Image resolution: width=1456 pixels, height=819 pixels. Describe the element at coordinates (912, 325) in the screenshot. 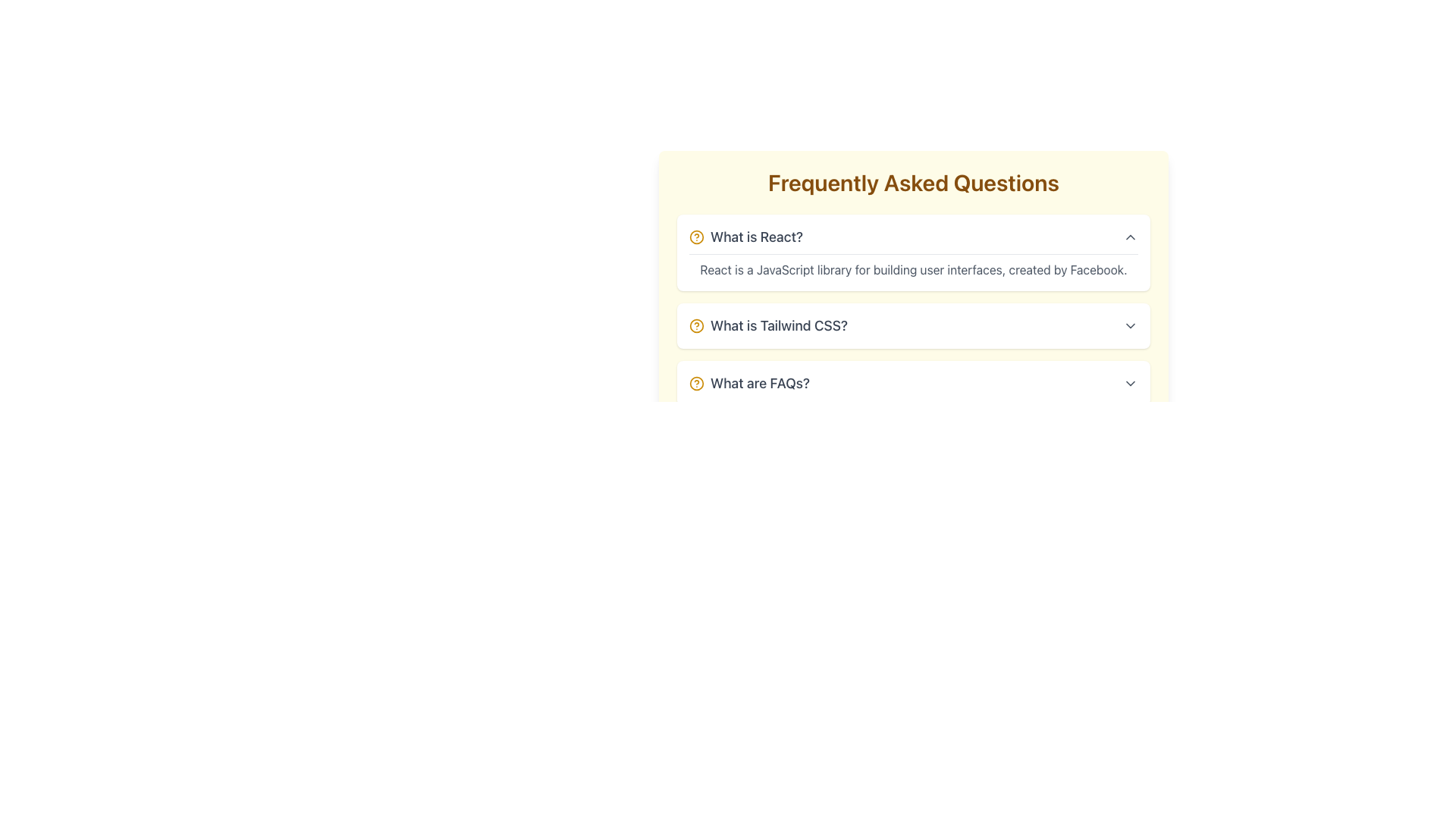

I see `the Accordion Header displaying 'What is Tailwind CSS?' to enable keyboard navigation` at that location.